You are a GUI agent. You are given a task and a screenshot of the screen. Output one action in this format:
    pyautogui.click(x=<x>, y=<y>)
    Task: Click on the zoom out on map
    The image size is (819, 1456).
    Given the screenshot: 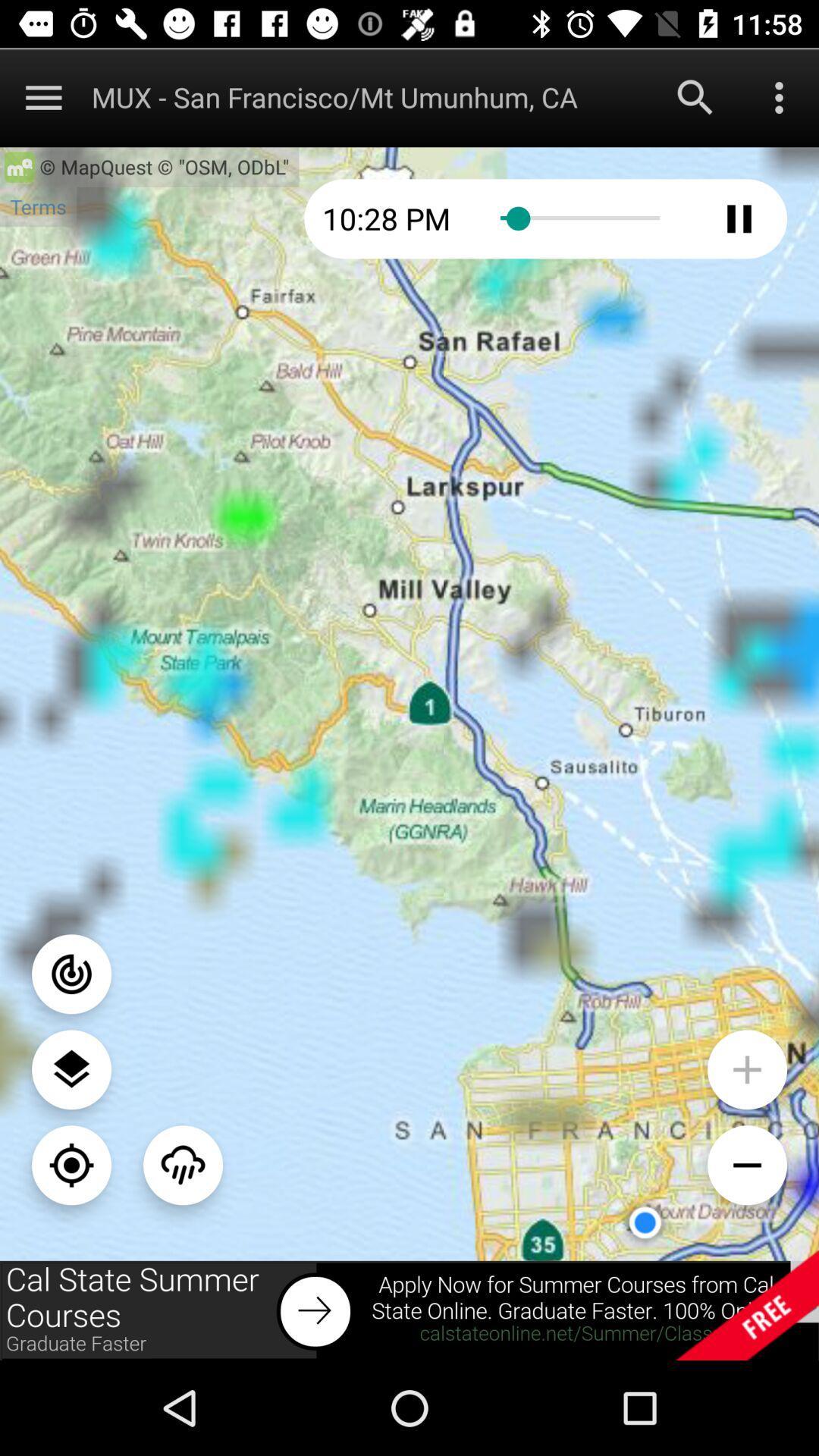 What is the action you would take?
    pyautogui.click(x=746, y=1164)
    